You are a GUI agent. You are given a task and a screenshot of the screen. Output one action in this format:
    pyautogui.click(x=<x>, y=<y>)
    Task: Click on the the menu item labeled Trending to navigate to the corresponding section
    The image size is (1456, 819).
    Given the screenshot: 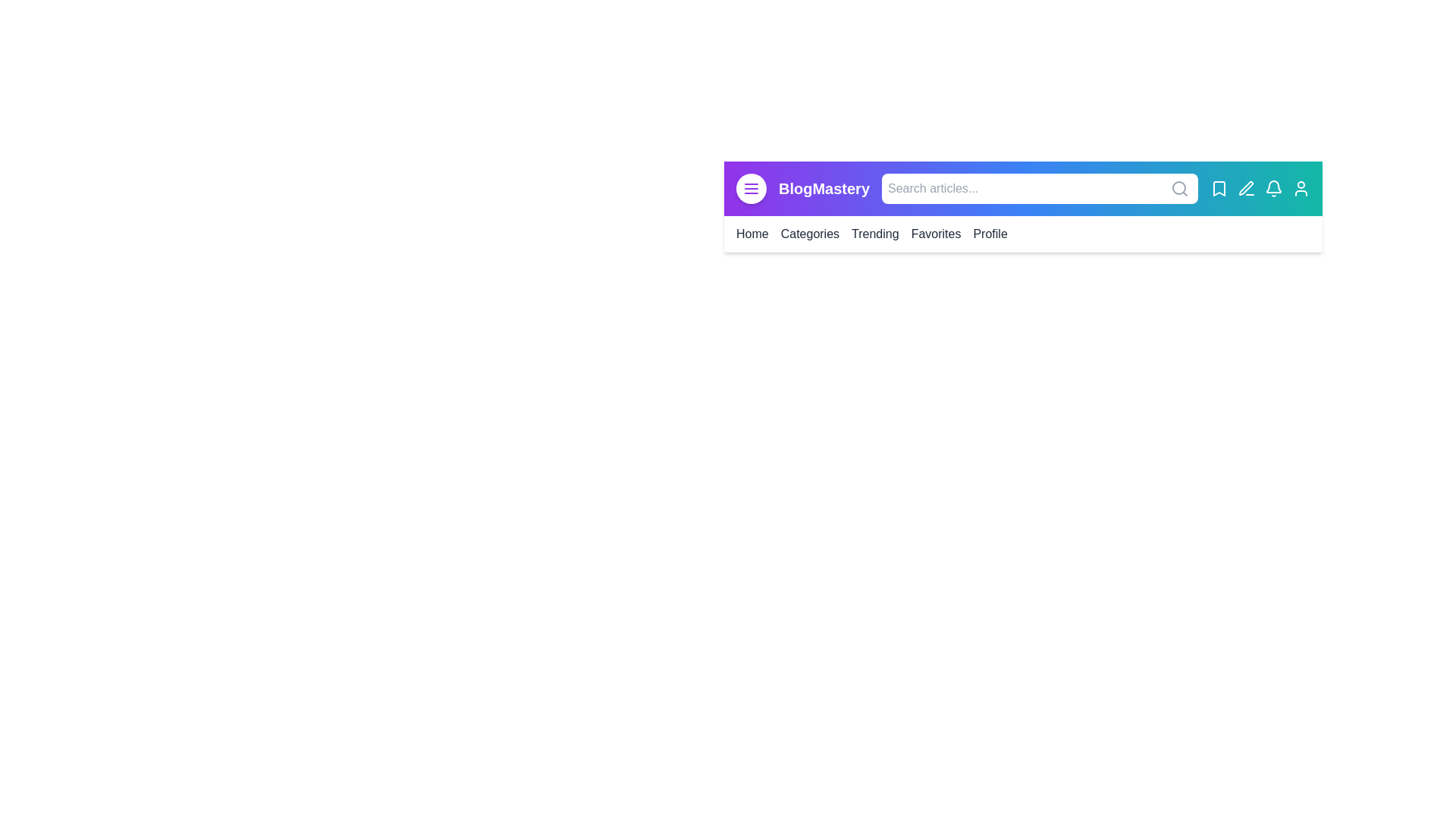 What is the action you would take?
    pyautogui.click(x=874, y=234)
    